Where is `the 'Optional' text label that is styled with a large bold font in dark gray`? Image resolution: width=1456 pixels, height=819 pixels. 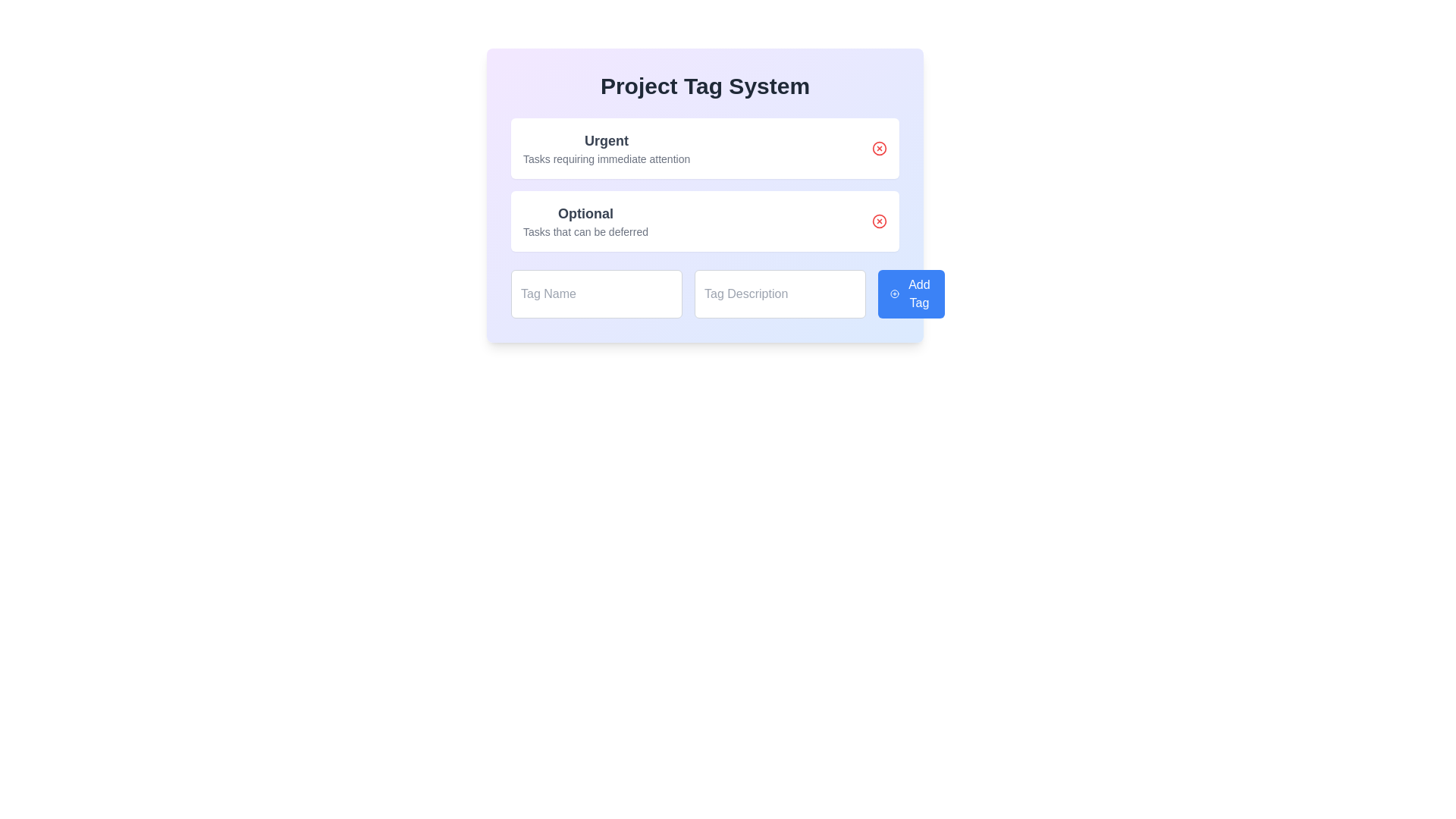
the 'Optional' text label that is styled with a large bold font in dark gray is located at coordinates (585, 213).